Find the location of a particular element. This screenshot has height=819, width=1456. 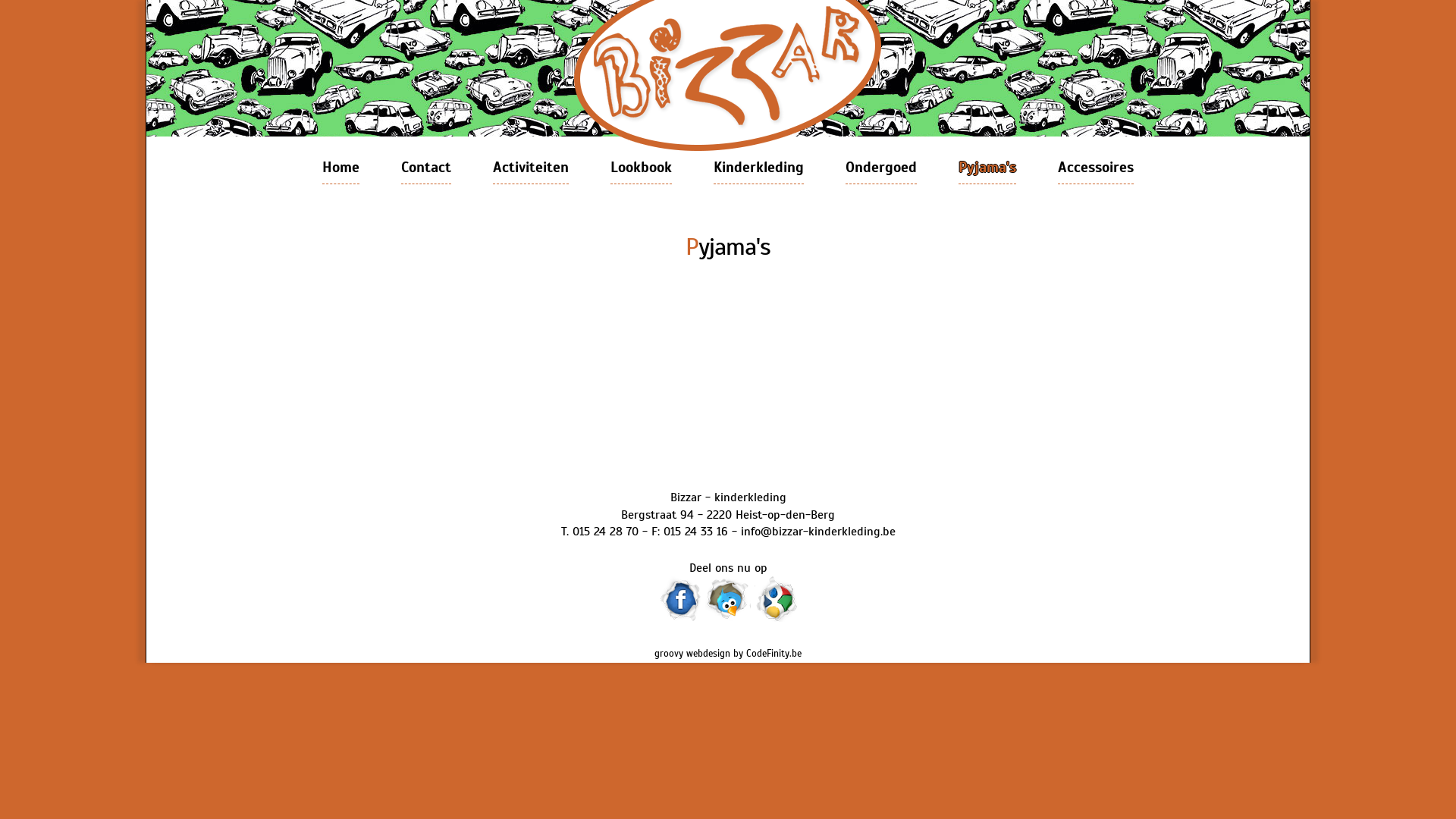

'Kinderkleding' is located at coordinates (758, 168).